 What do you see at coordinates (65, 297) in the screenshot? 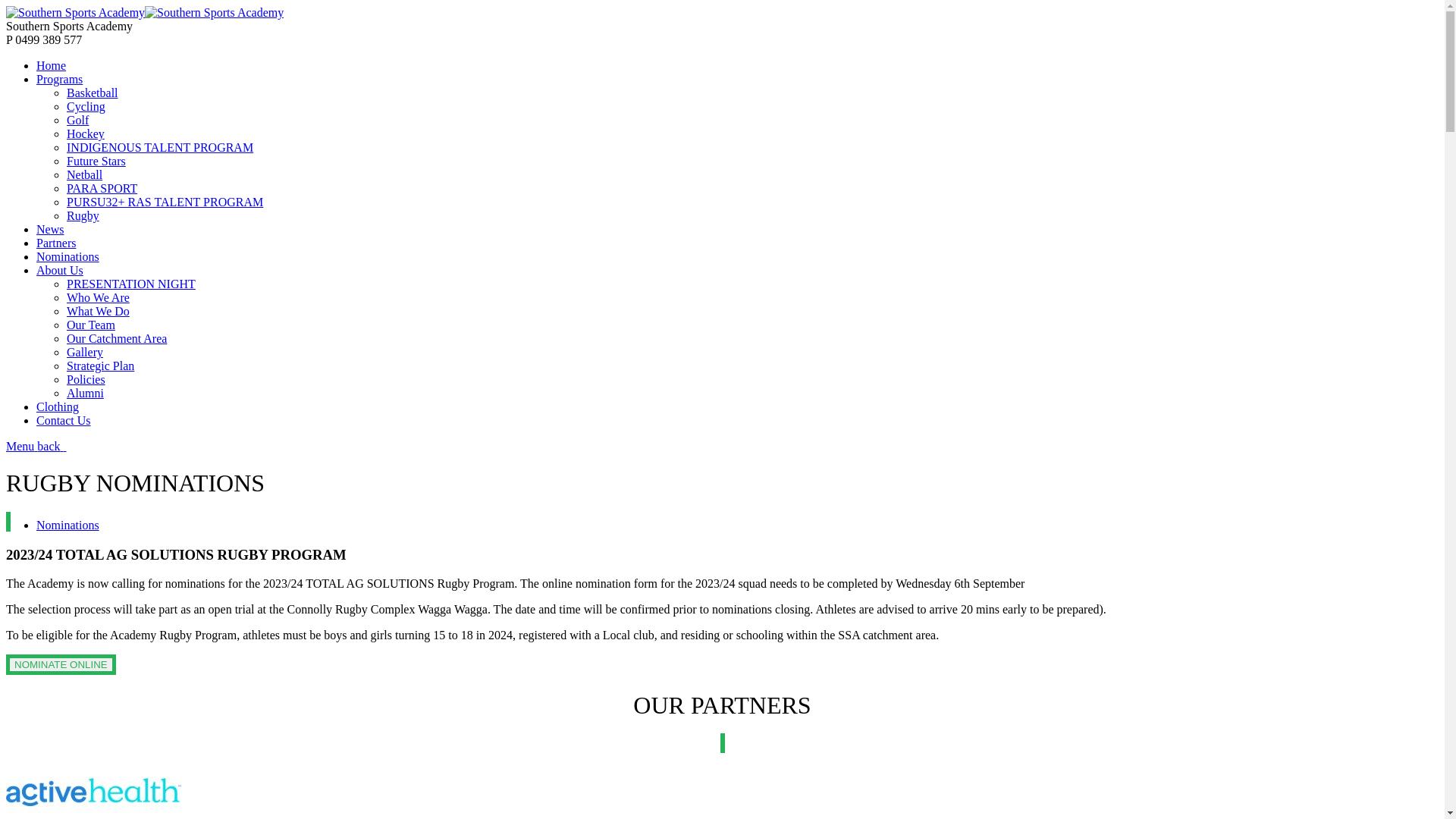
I see `'Who We Are'` at bounding box center [65, 297].